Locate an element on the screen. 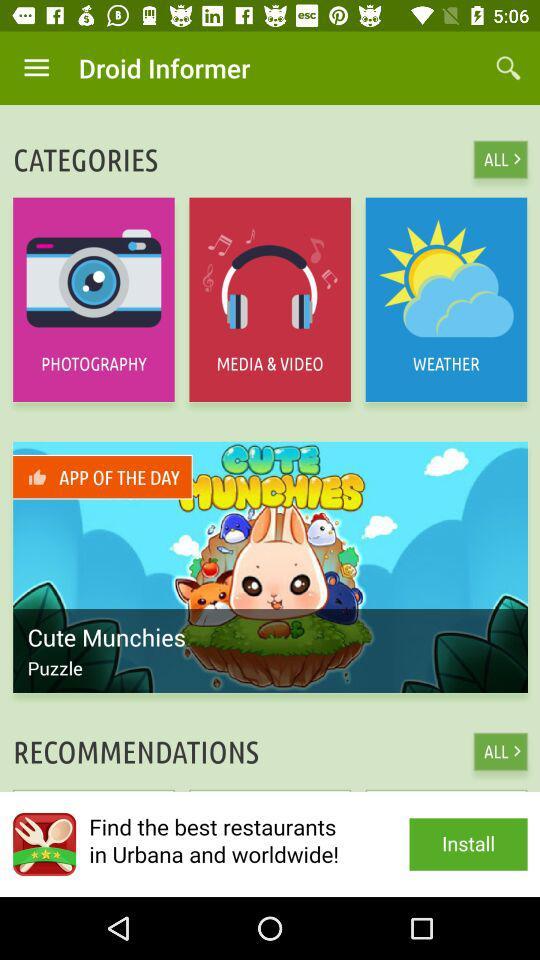  install the app is located at coordinates (270, 843).